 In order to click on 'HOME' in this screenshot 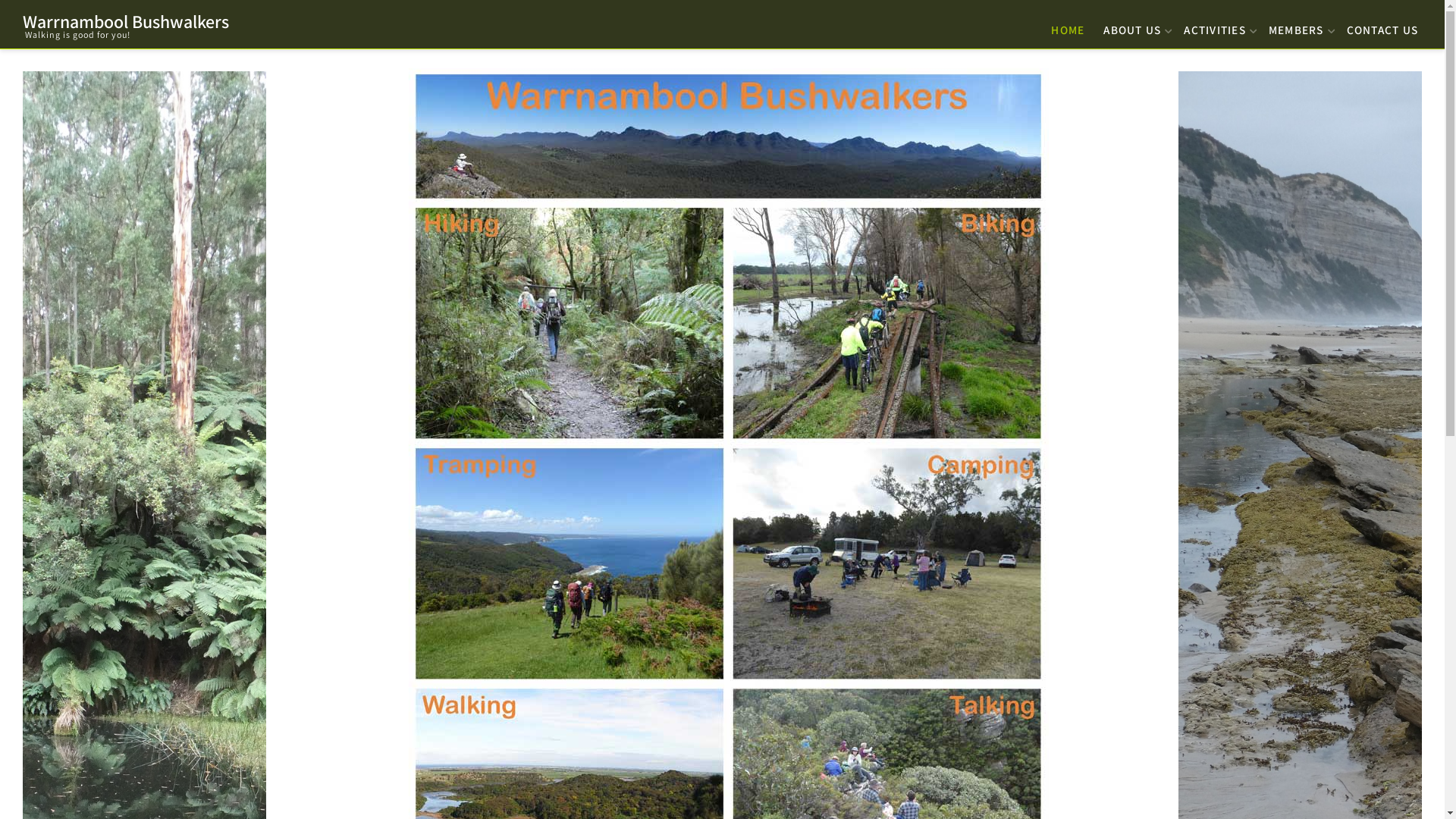, I will do `click(1046, 26)`.